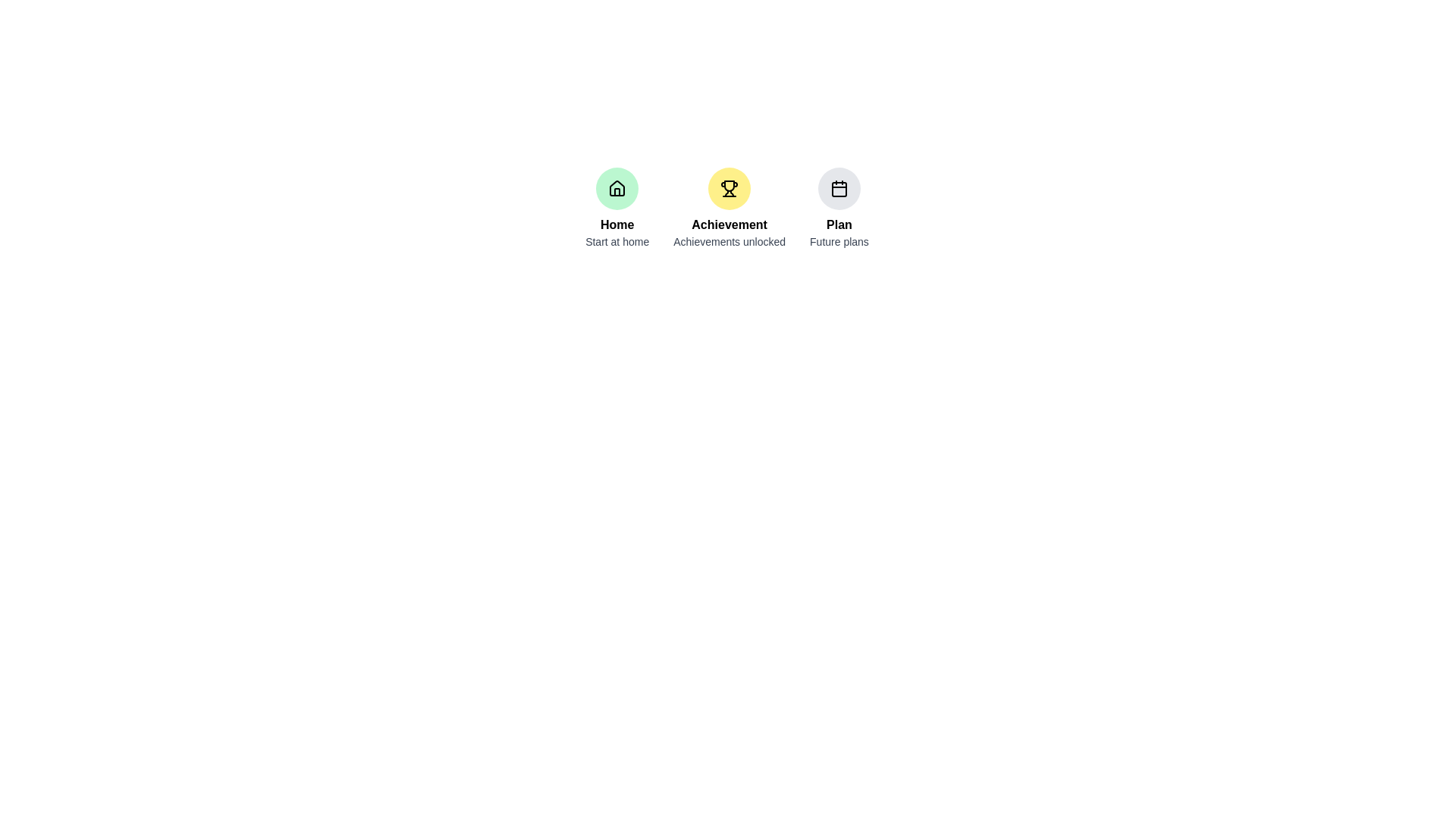 This screenshot has height=819, width=1456. Describe the element at coordinates (730, 241) in the screenshot. I see `the informational label that provides context about achievements, located directly below the 'Achievement' text and aligned under the trophy icon` at that location.